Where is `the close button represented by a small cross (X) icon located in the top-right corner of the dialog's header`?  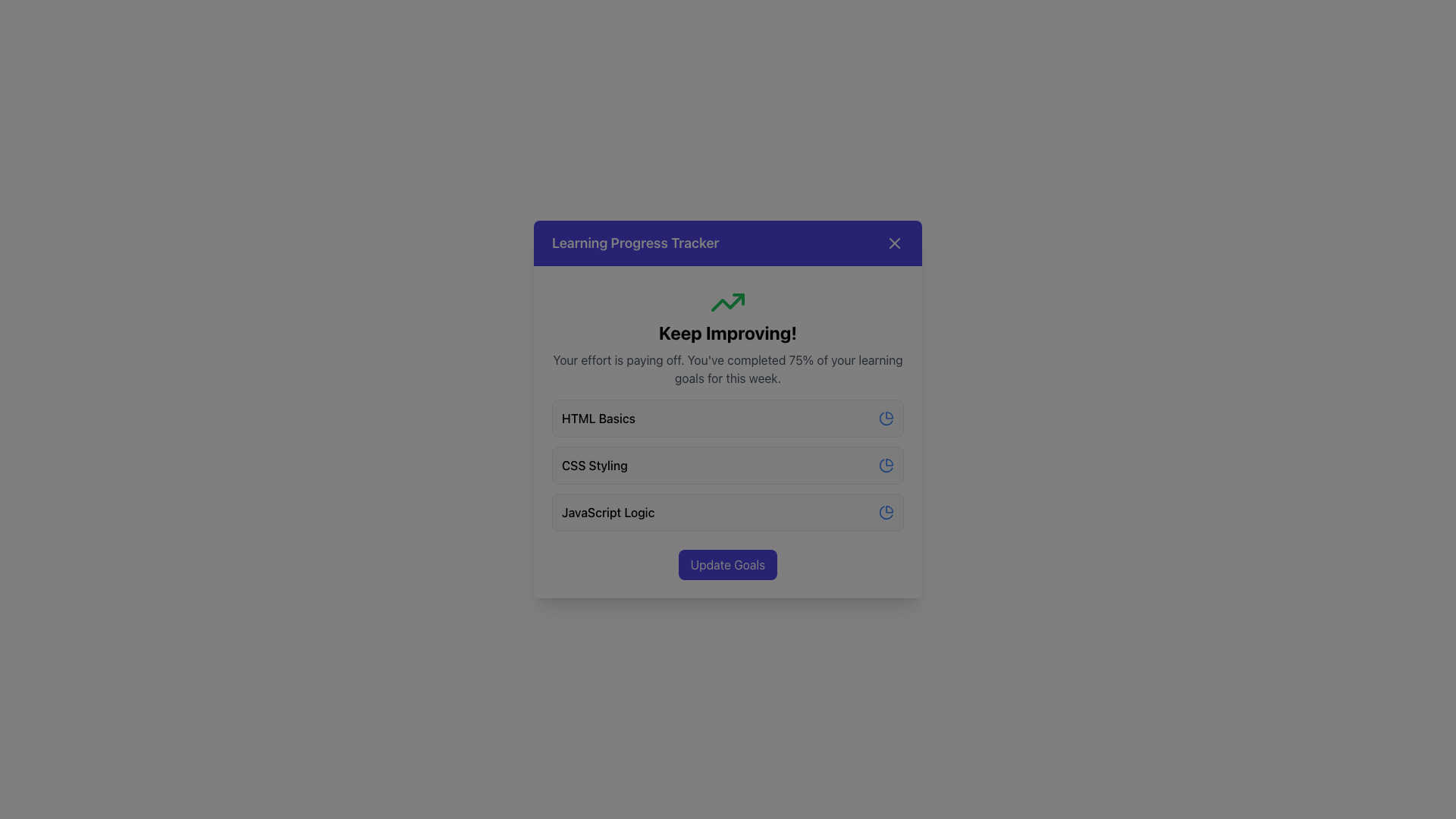
the close button represented by a small cross (X) icon located in the top-right corner of the dialog's header is located at coordinates (895, 242).